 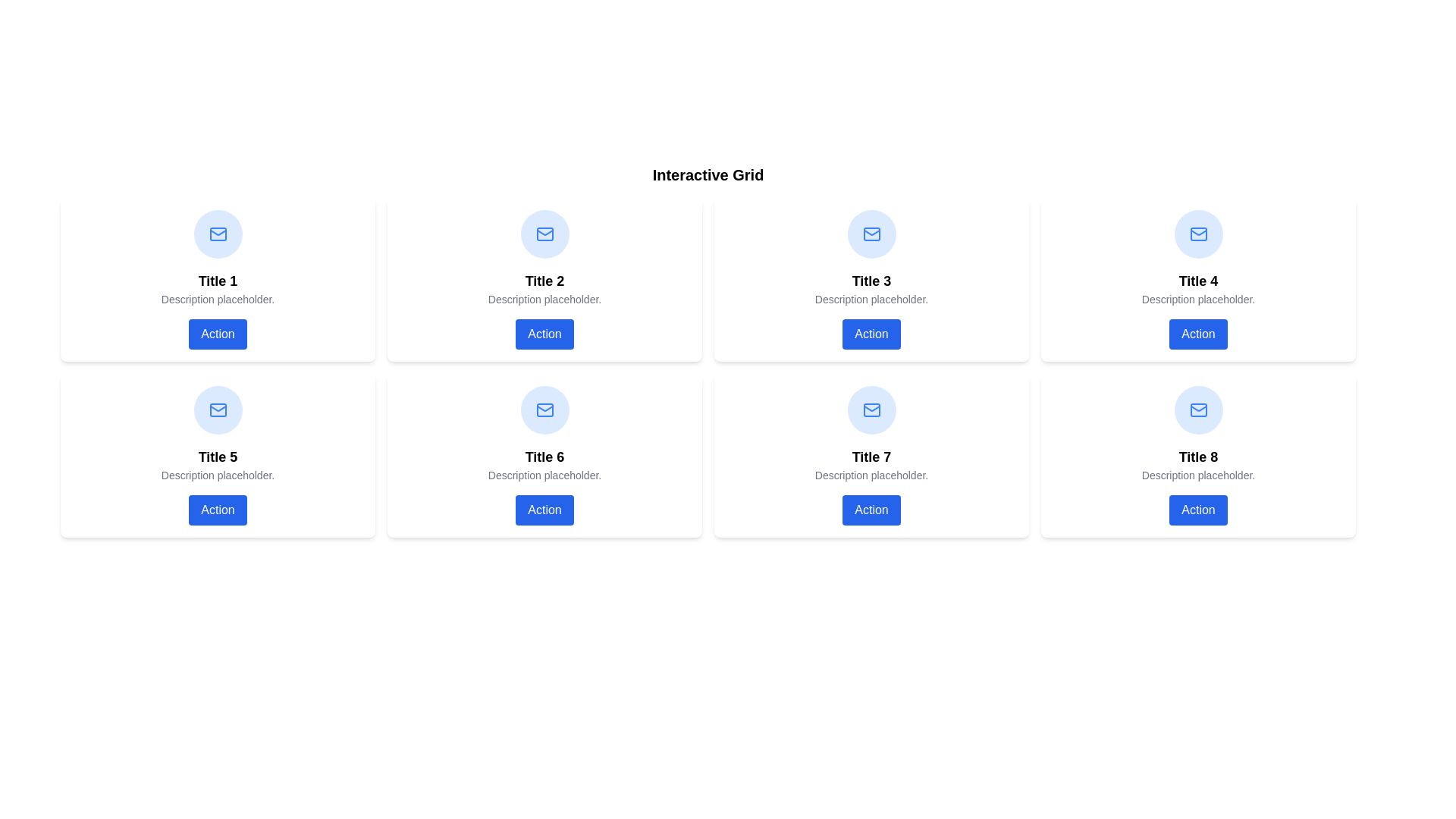 I want to click on the decorative mail icon located at the top center of the 'Title 8' section, which symbolizes email functionalities, so click(x=1197, y=409).